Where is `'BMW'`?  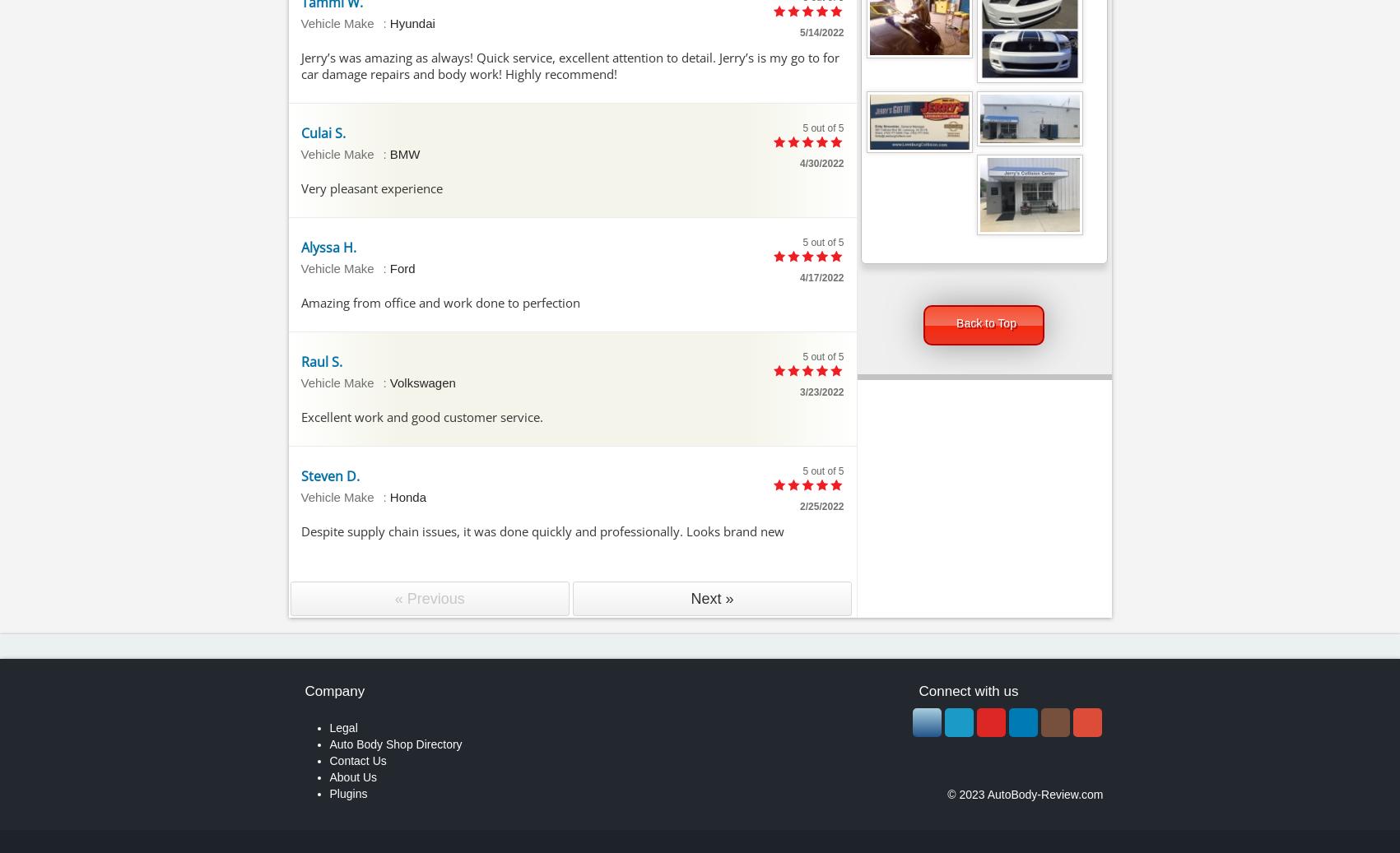 'BMW' is located at coordinates (388, 152).